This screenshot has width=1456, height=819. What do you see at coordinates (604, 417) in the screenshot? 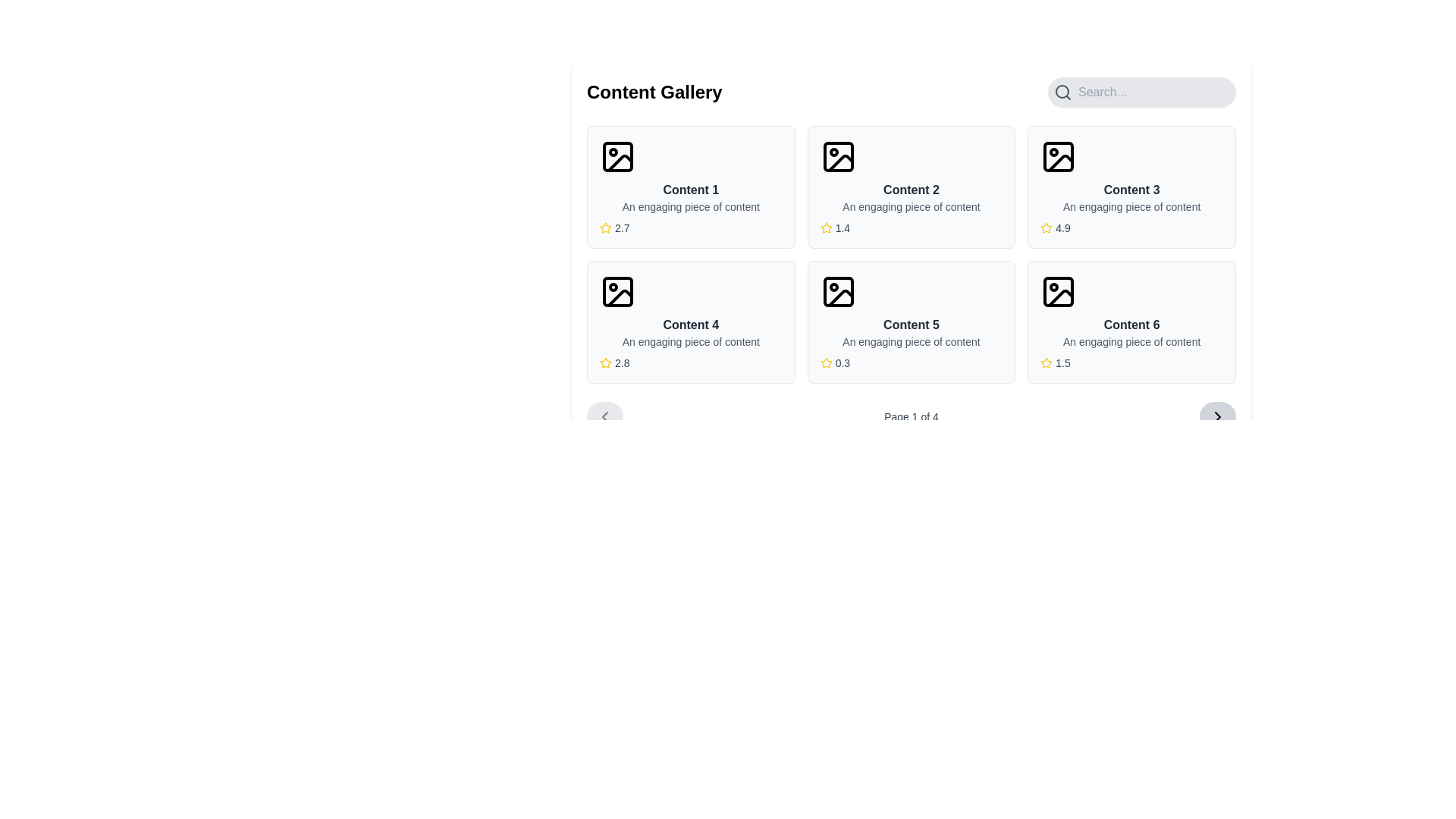
I see `the disabled navigation button icon located at the bottom-left corner of the content gallery section, which features a gray circular background` at bounding box center [604, 417].